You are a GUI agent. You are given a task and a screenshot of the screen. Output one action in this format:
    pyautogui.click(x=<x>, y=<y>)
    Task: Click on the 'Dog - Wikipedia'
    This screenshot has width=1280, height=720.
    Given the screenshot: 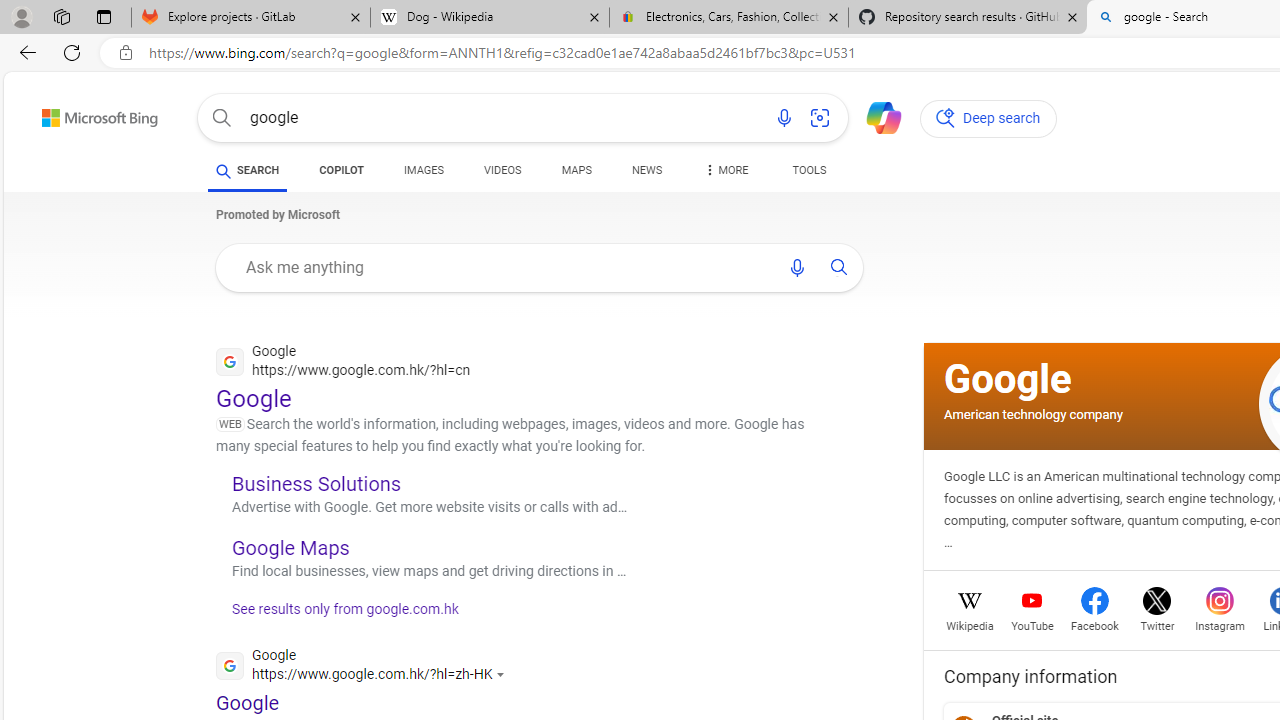 What is the action you would take?
    pyautogui.click(x=490, y=17)
    